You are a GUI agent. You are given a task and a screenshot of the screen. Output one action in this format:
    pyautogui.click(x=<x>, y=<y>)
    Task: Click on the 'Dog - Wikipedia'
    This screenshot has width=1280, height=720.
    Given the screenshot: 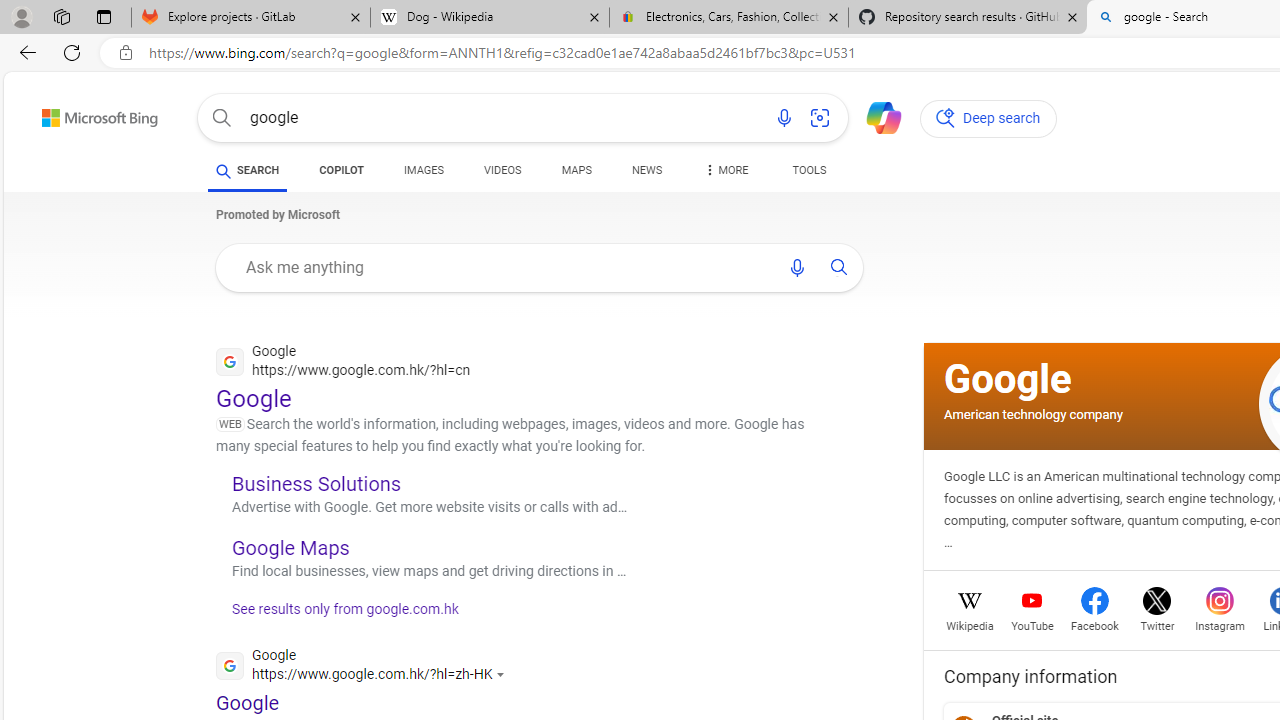 What is the action you would take?
    pyautogui.click(x=490, y=17)
    